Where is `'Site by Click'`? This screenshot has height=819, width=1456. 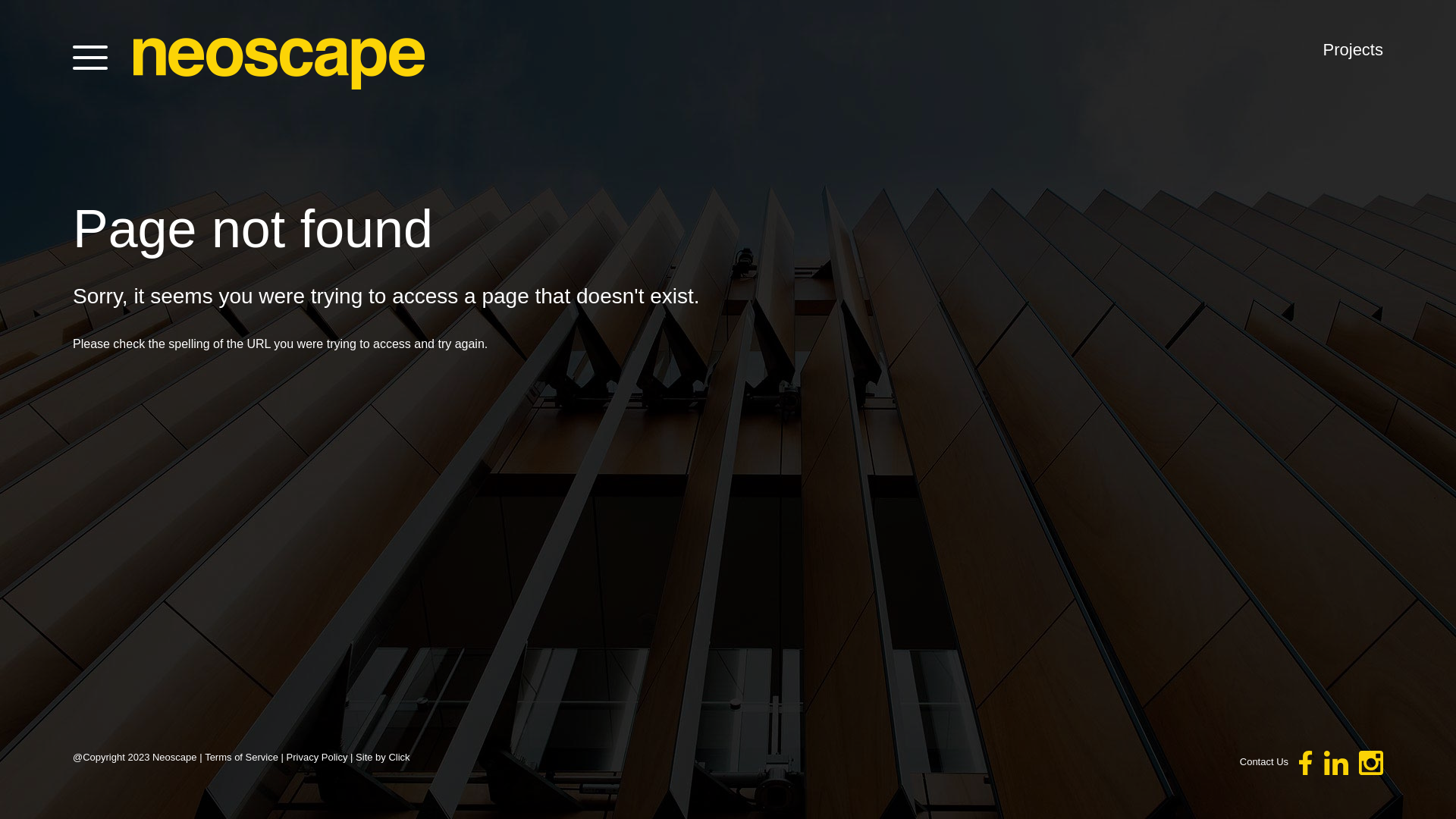 'Site by Click' is located at coordinates (382, 757).